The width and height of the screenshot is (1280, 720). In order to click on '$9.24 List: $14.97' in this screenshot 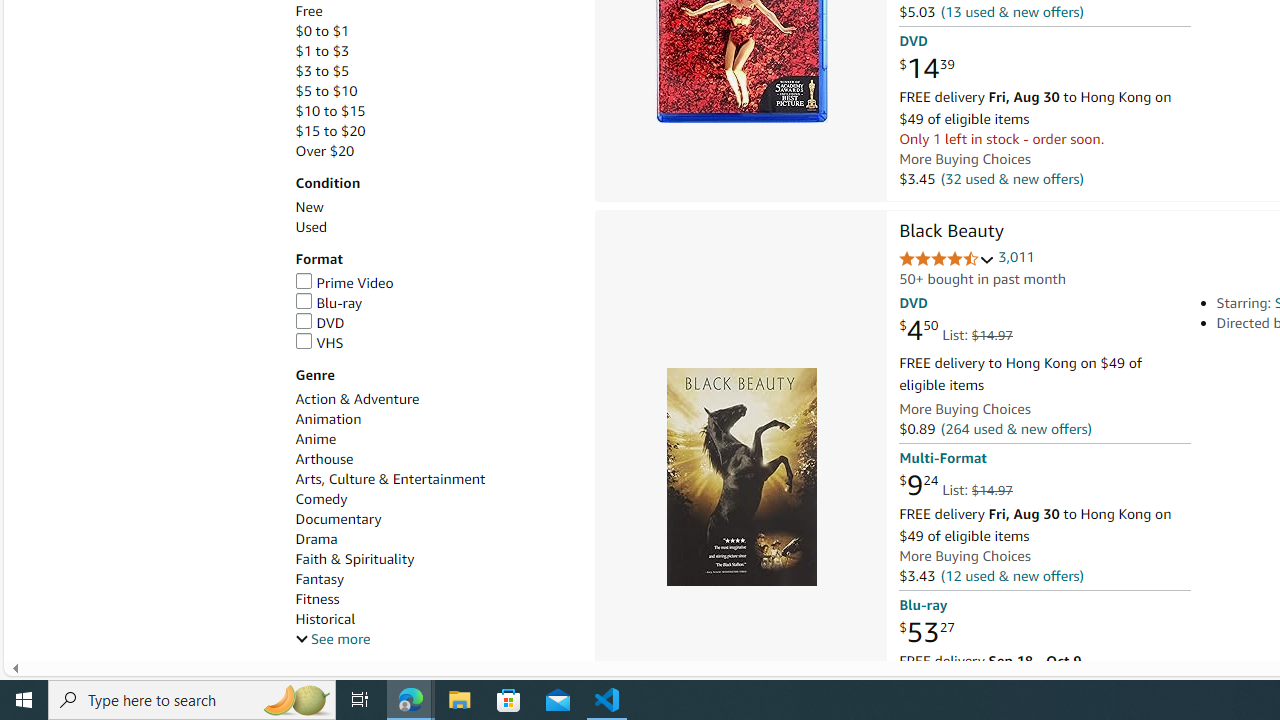, I will do `click(954, 486)`.